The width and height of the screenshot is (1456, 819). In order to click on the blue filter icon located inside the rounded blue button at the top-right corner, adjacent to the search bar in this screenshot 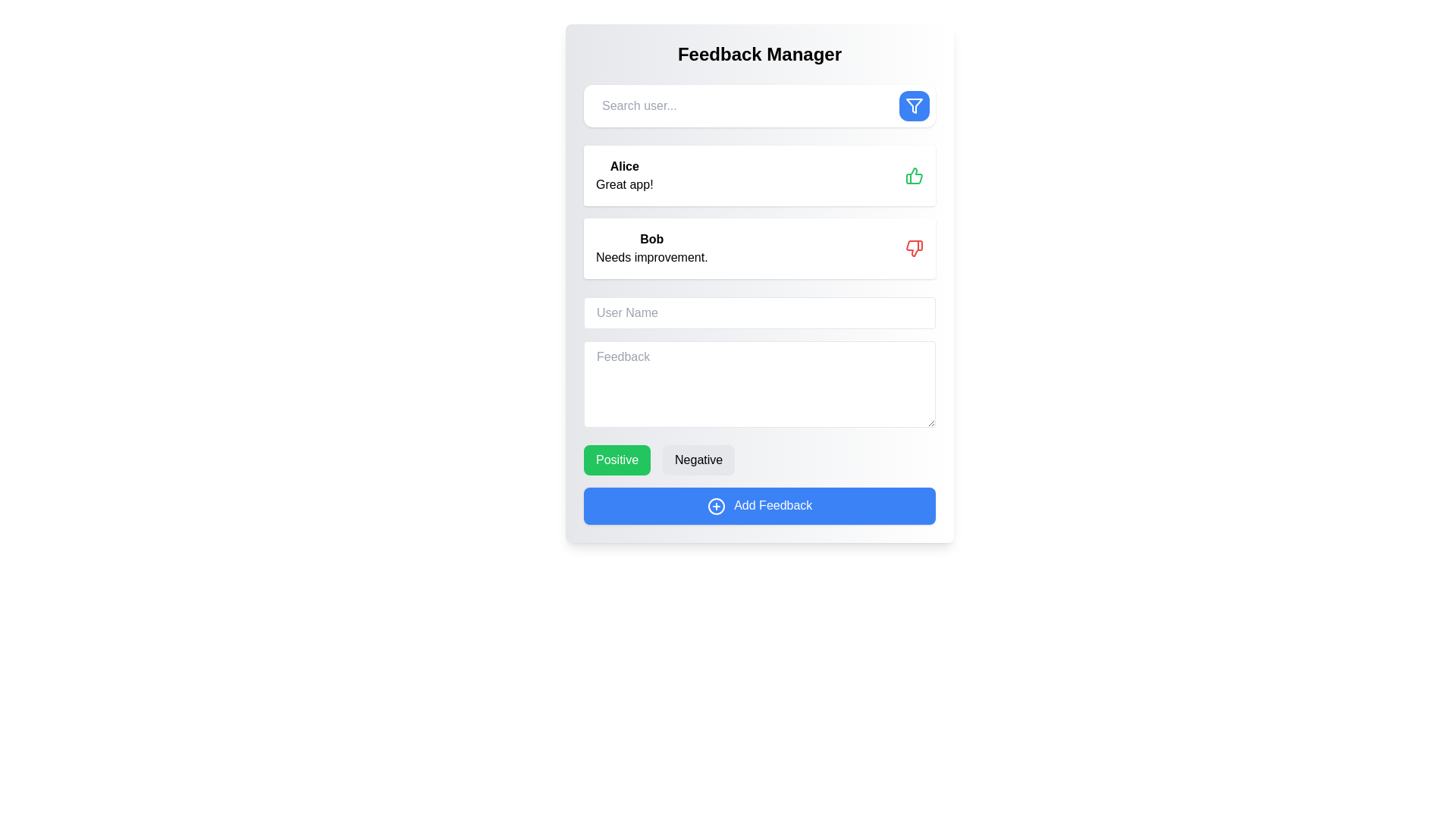, I will do `click(913, 105)`.